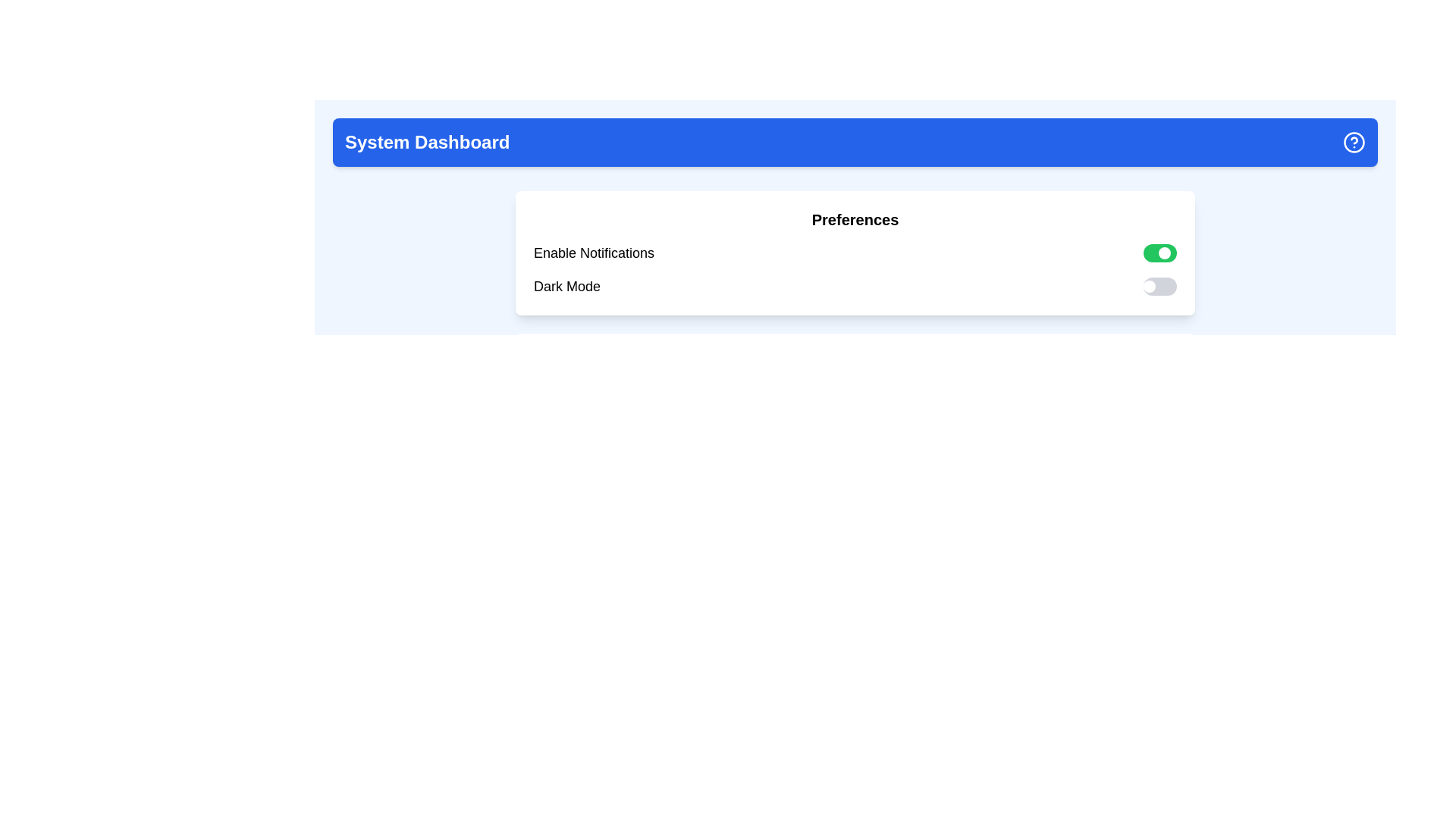 Image resolution: width=1456 pixels, height=819 pixels. What do you see at coordinates (1354, 143) in the screenshot?
I see `the circular blue icon with a question mark inside, located at the top right corner of the blue header bar containing 'System Dashboard', for more options` at bounding box center [1354, 143].